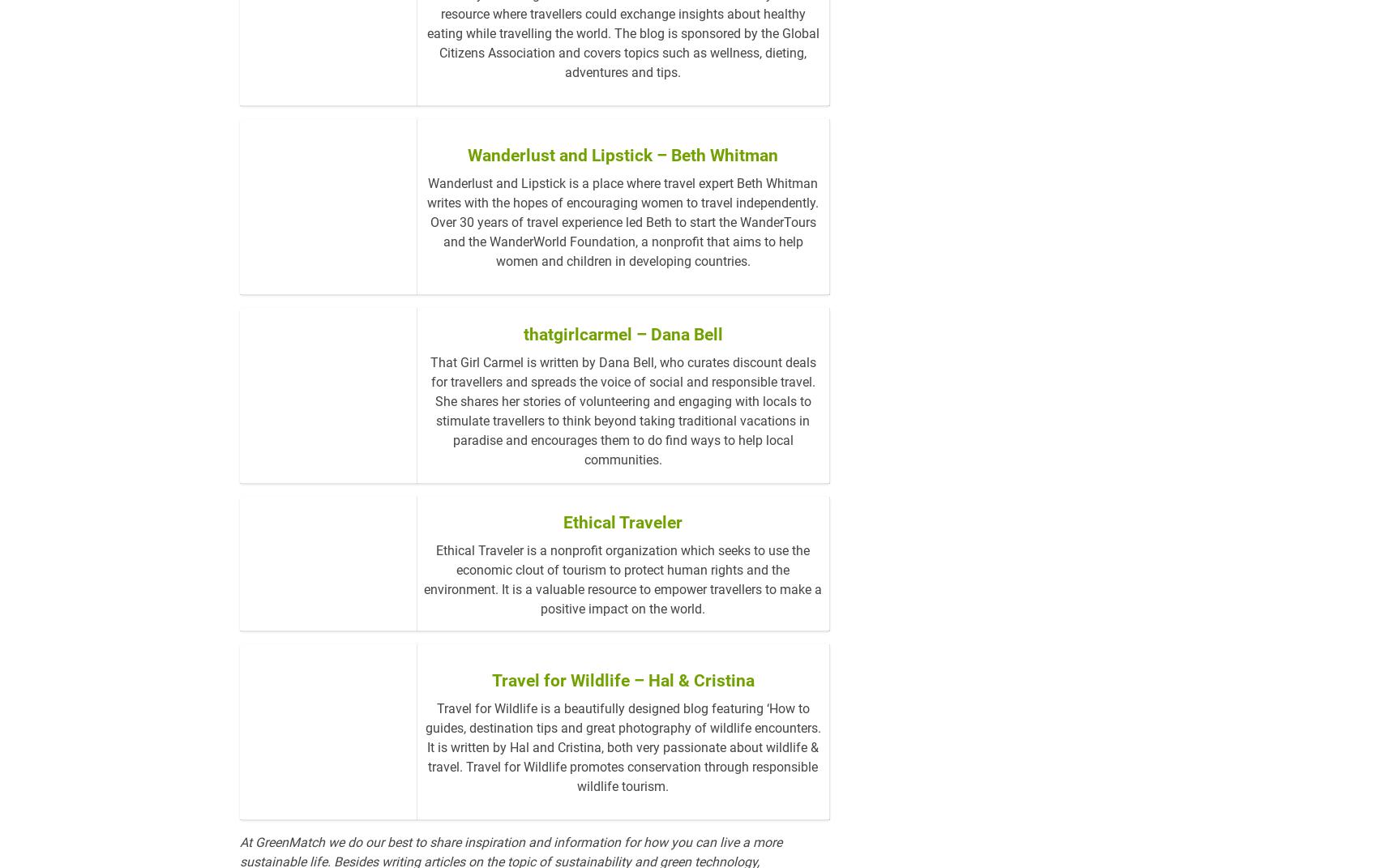 The image size is (1378, 868). What do you see at coordinates (622, 98) in the screenshot?
I see `'Healthytravelblog.com started with the aim to be a healthy travel resource where travellers could exchange insights about healthy eating while travelling the world. The blog is sponsored by the Global Citizens Association and covers topics such as wellness, dieting, adventures and tips.'` at bounding box center [622, 98].